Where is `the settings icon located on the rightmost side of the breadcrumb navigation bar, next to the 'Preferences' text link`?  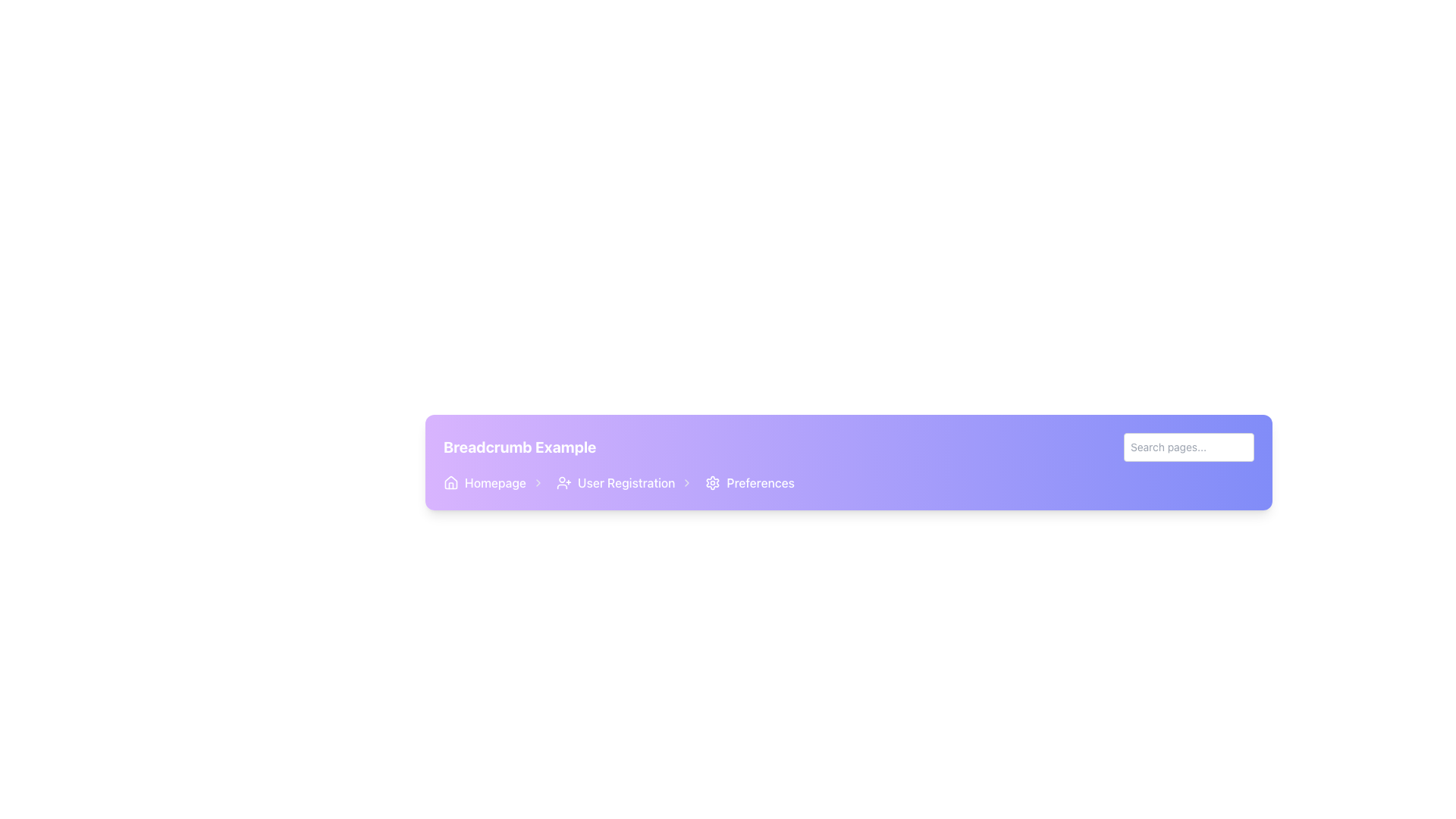 the settings icon located on the rightmost side of the breadcrumb navigation bar, next to the 'Preferences' text link is located at coordinates (712, 482).